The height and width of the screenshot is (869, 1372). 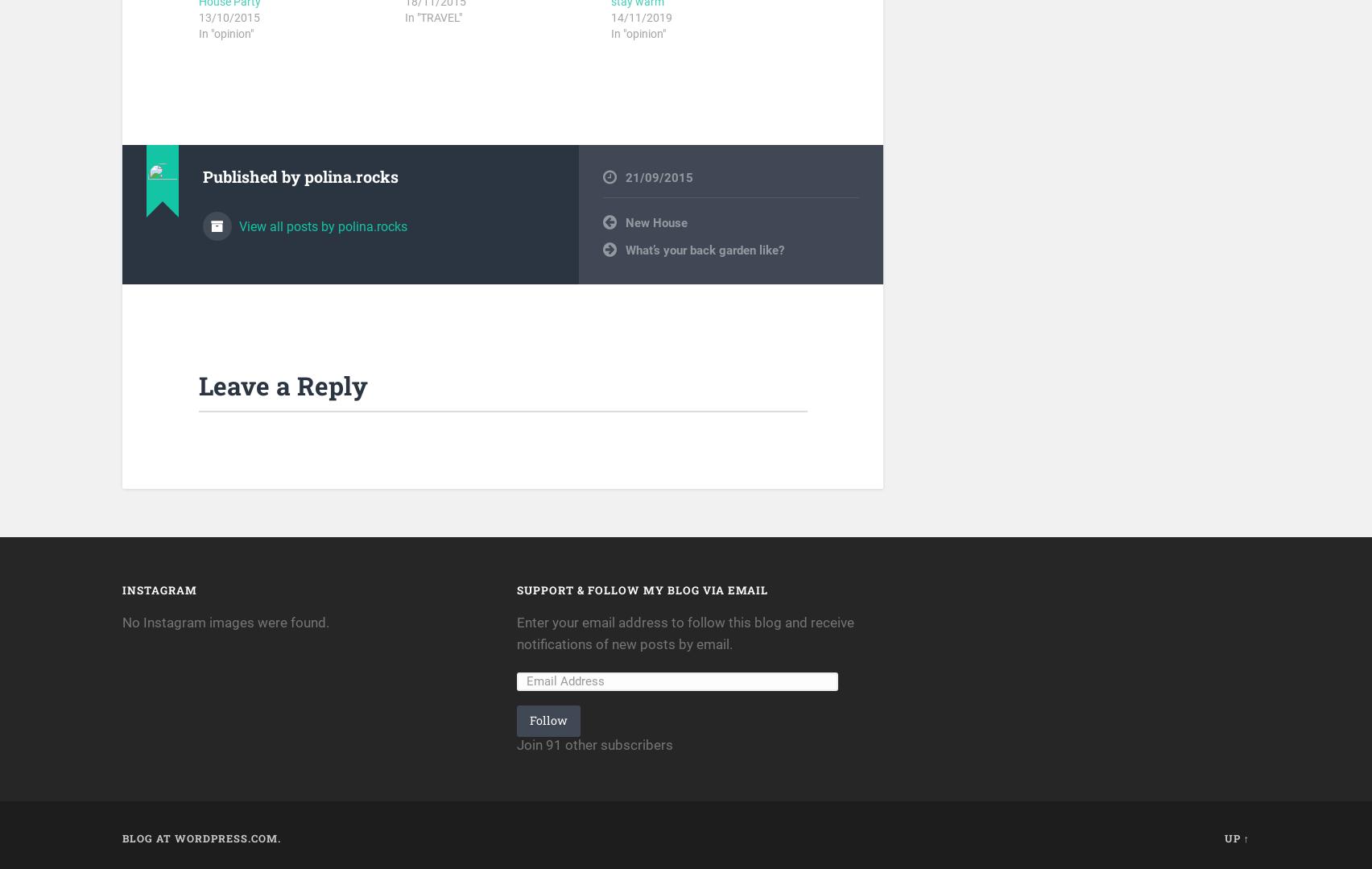 What do you see at coordinates (594, 743) in the screenshot?
I see `'Join 91 other subscribers'` at bounding box center [594, 743].